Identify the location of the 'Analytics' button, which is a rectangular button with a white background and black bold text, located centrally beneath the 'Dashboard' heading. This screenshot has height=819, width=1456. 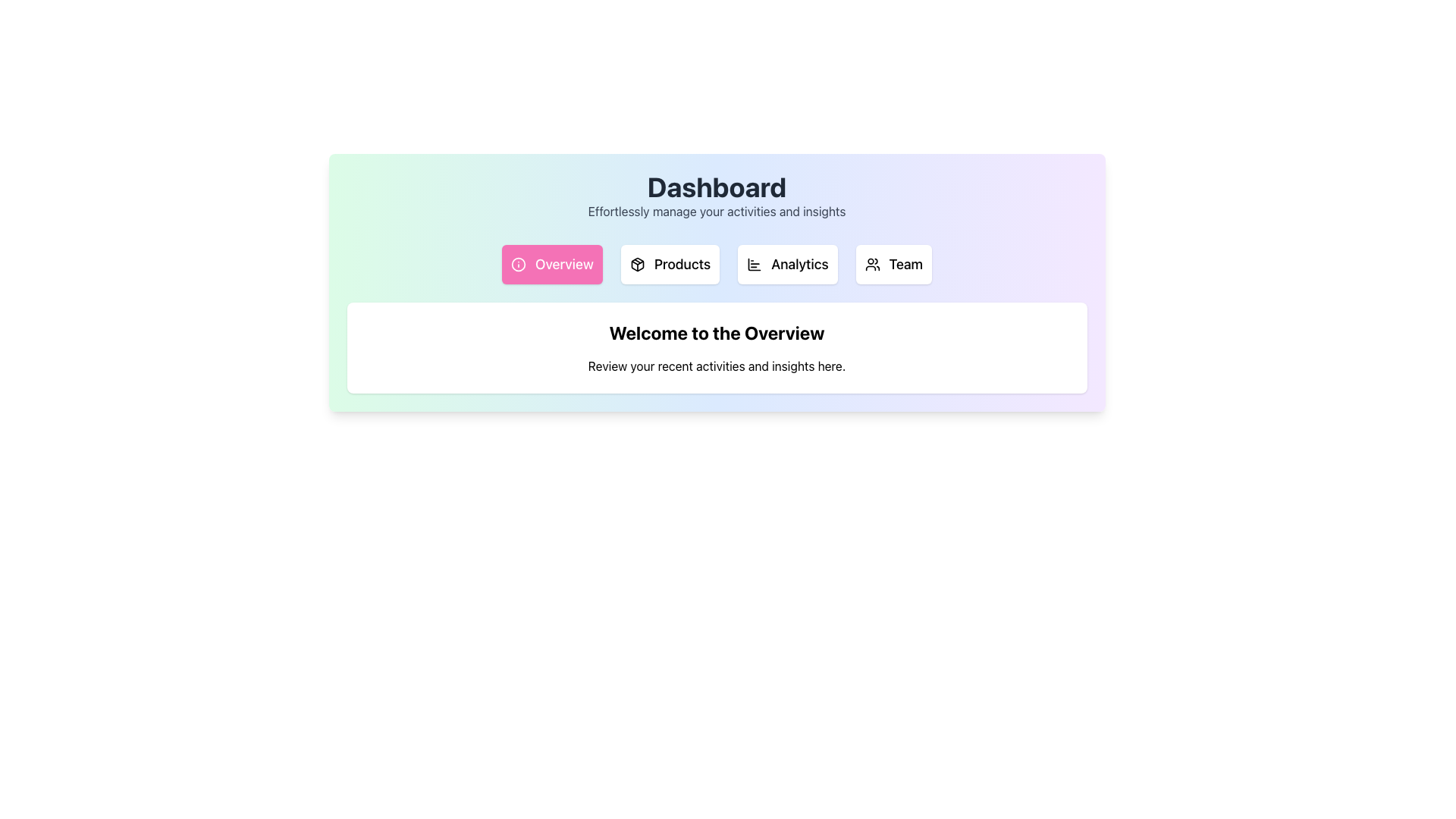
(787, 263).